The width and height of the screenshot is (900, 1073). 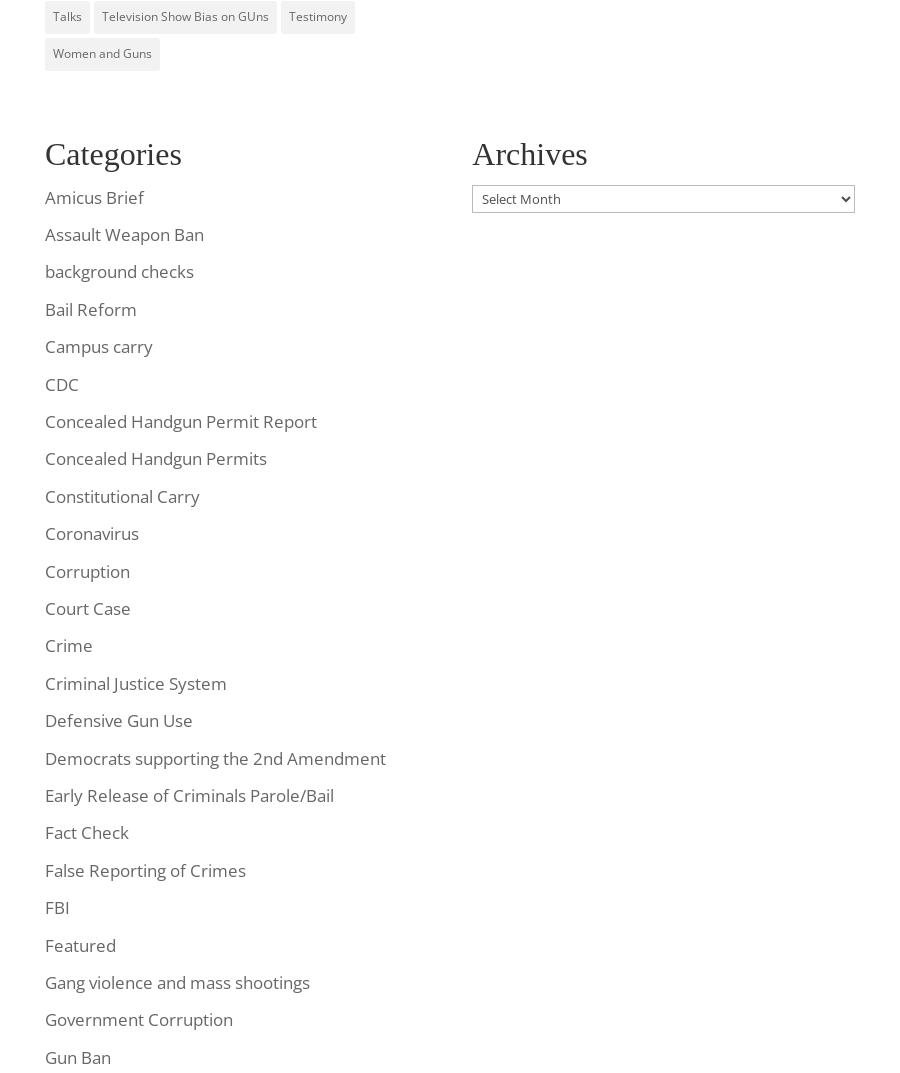 I want to click on 'Talks', so click(x=66, y=14).